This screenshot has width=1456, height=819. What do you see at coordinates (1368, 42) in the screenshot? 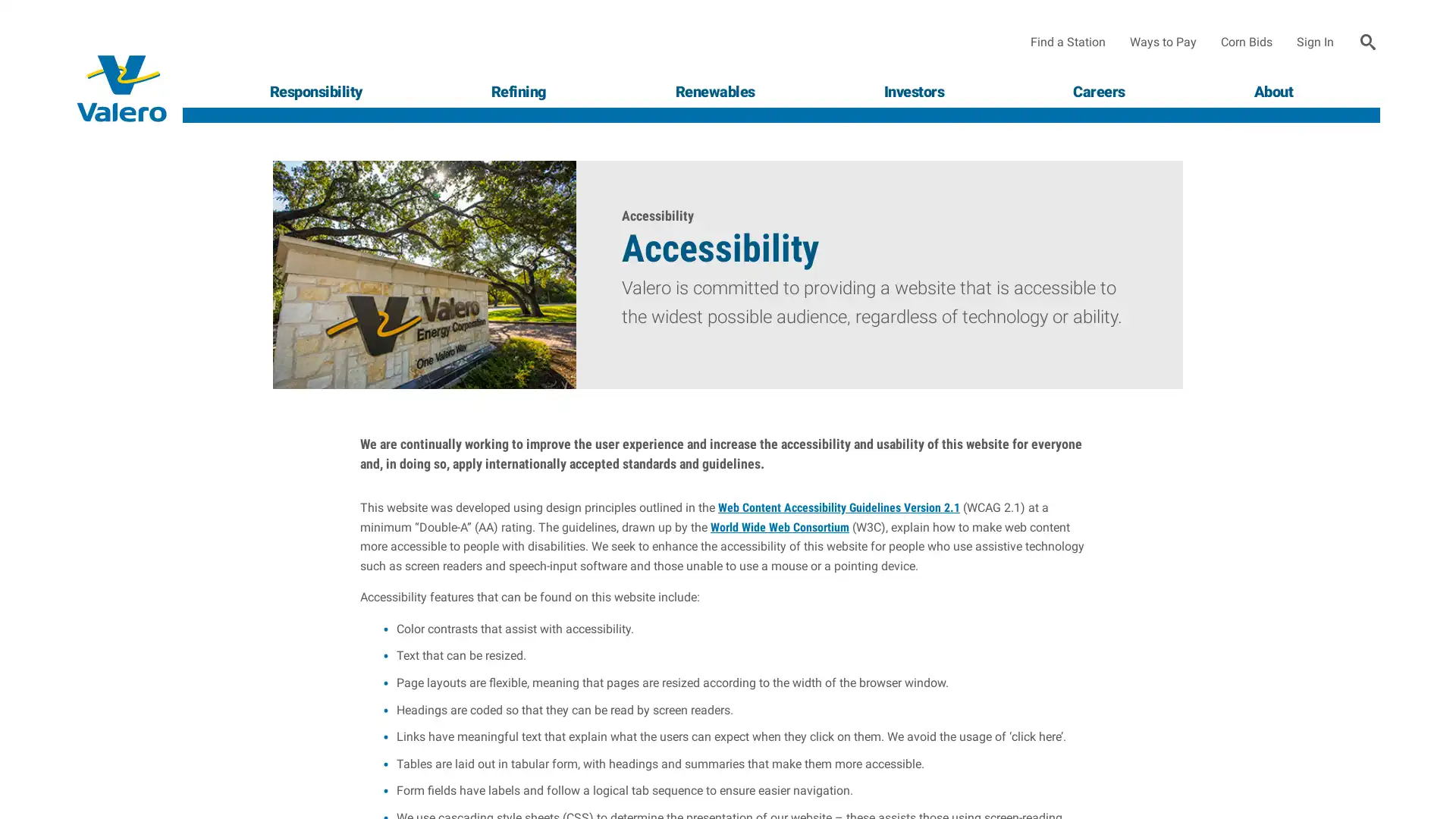
I see `Apply` at bounding box center [1368, 42].